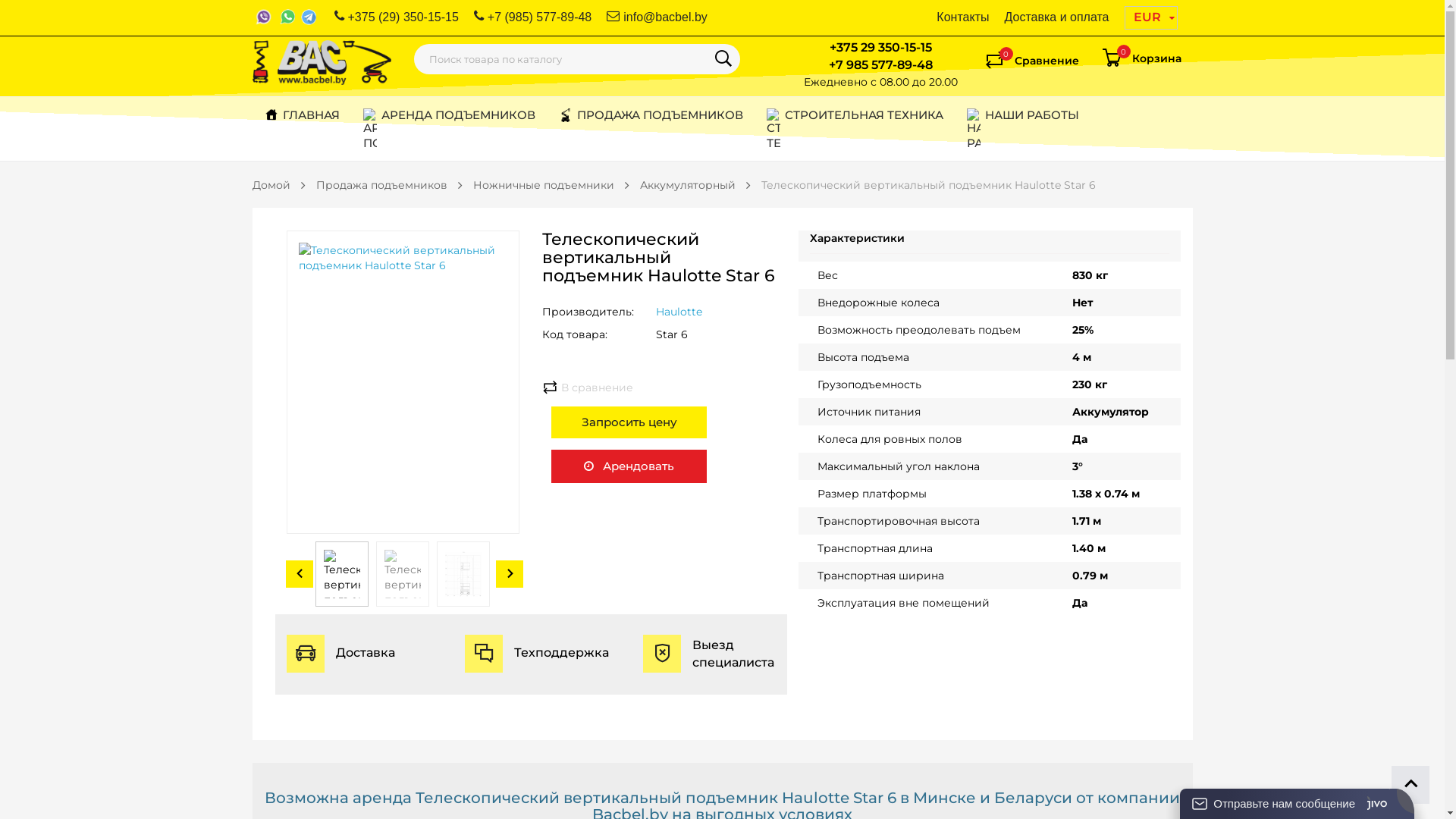 Image resolution: width=1456 pixels, height=819 pixels. What do you see at coordinates (678, 311) in the screenshot?
I see `'Haulotte'` at bounding box center [678, 311].